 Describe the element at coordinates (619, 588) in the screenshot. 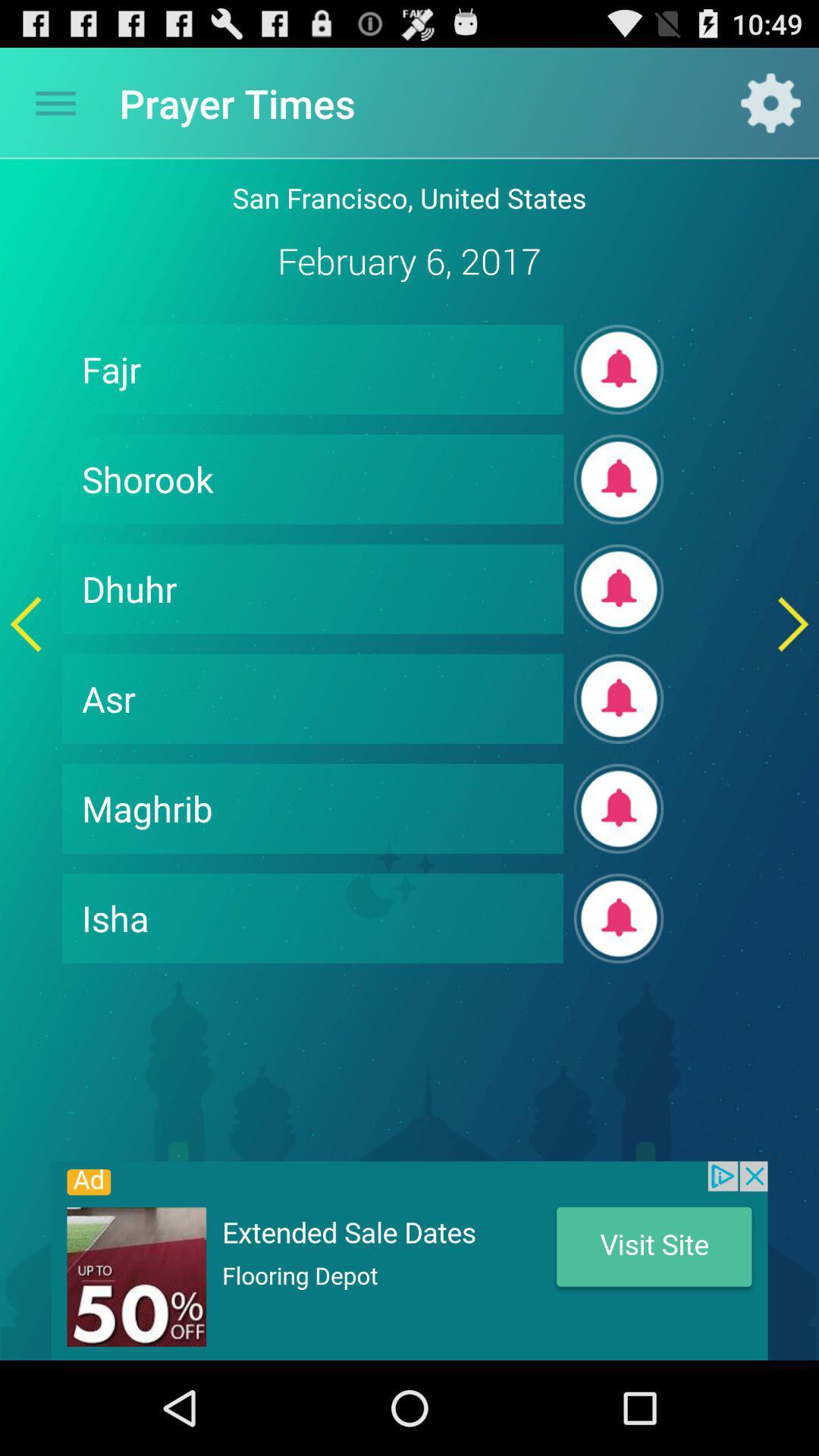

I see `bell` at that location.